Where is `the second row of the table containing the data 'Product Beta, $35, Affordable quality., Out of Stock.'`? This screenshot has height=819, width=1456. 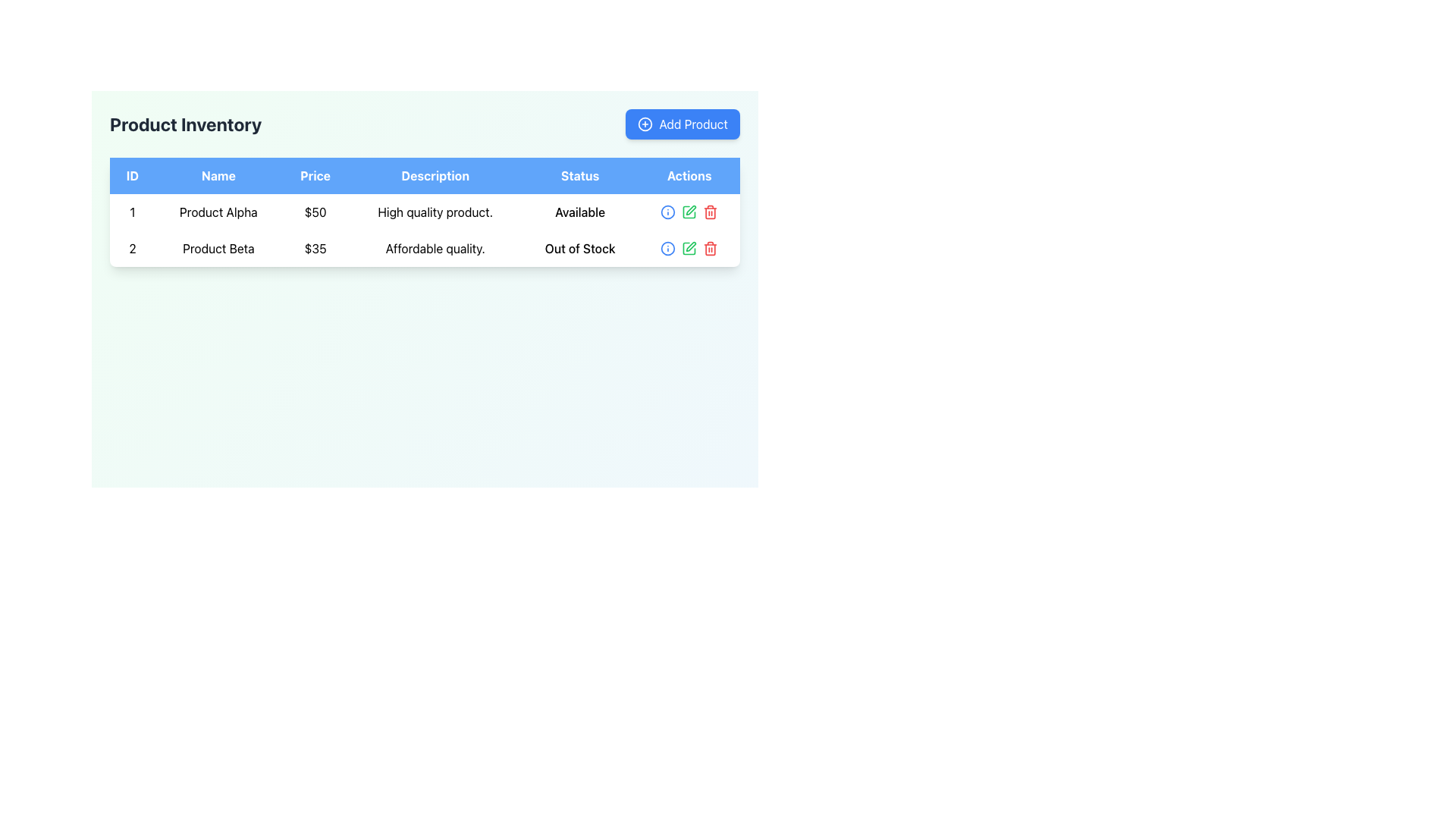 the second row of the table containing the data 'Product Beta, $35, Affordable quality., Out of Stock.' is located at coordinates (425, 247).